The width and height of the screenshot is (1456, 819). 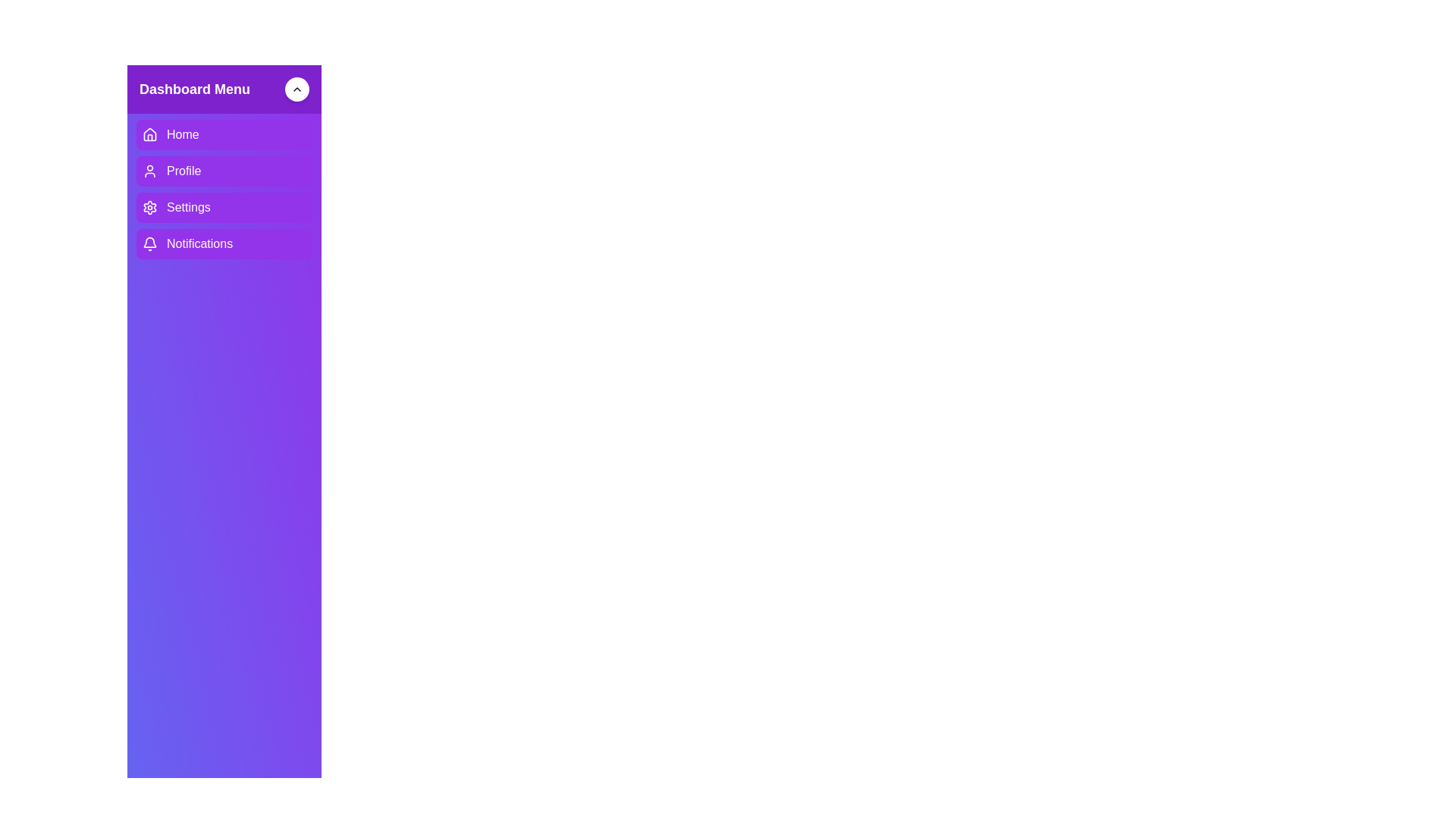 What do you see at coordinates (224, 243) in the screenshot?
I see `the navigation button located in the sidebar menu, which is the fourth item below 'Home', 'Profile', and 'Settings'` at bounding box center [224, 243].